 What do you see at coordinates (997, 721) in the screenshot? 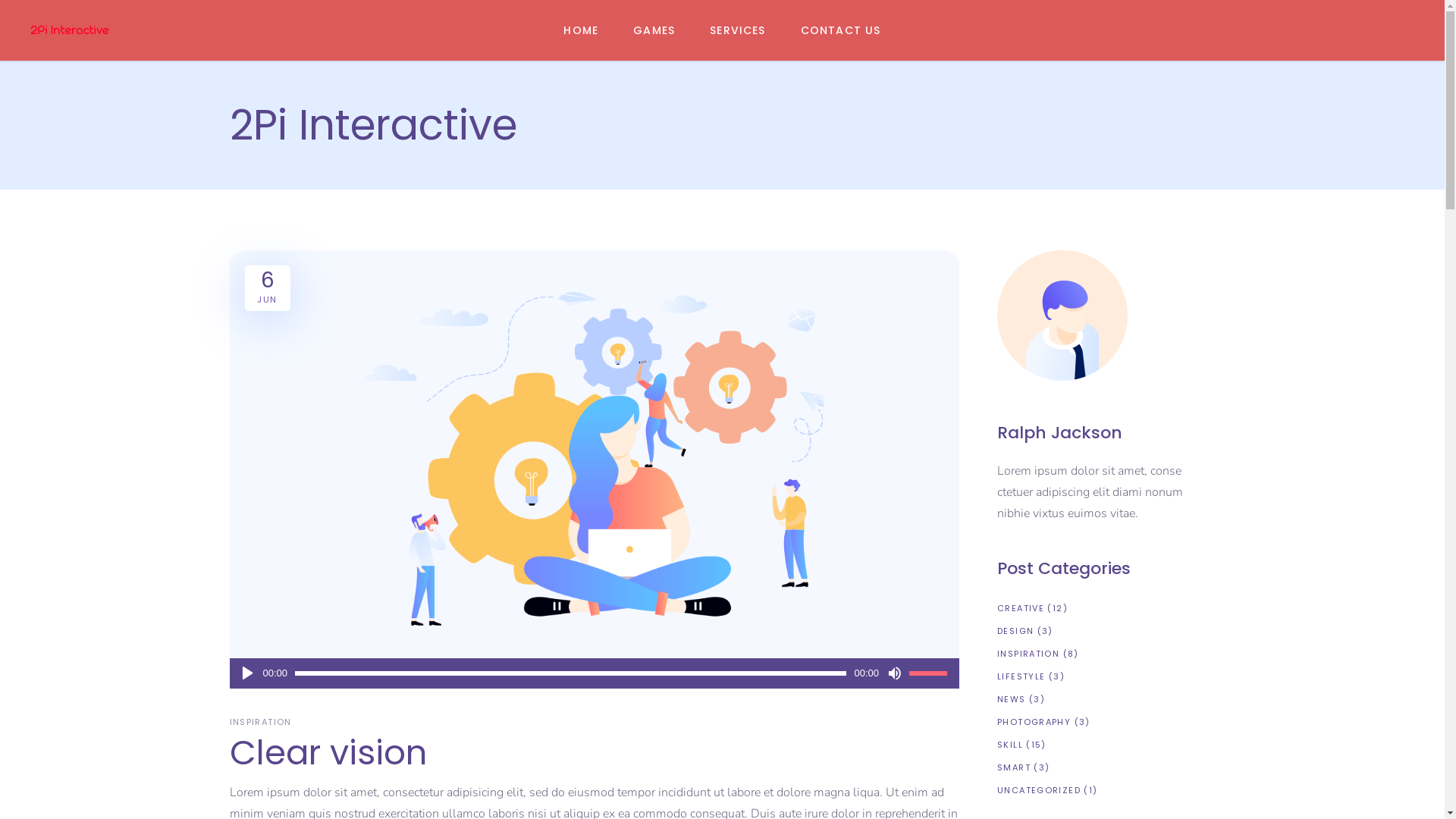
I see `'PHOTOGRAPHY'` at bounding box center [997, 721].